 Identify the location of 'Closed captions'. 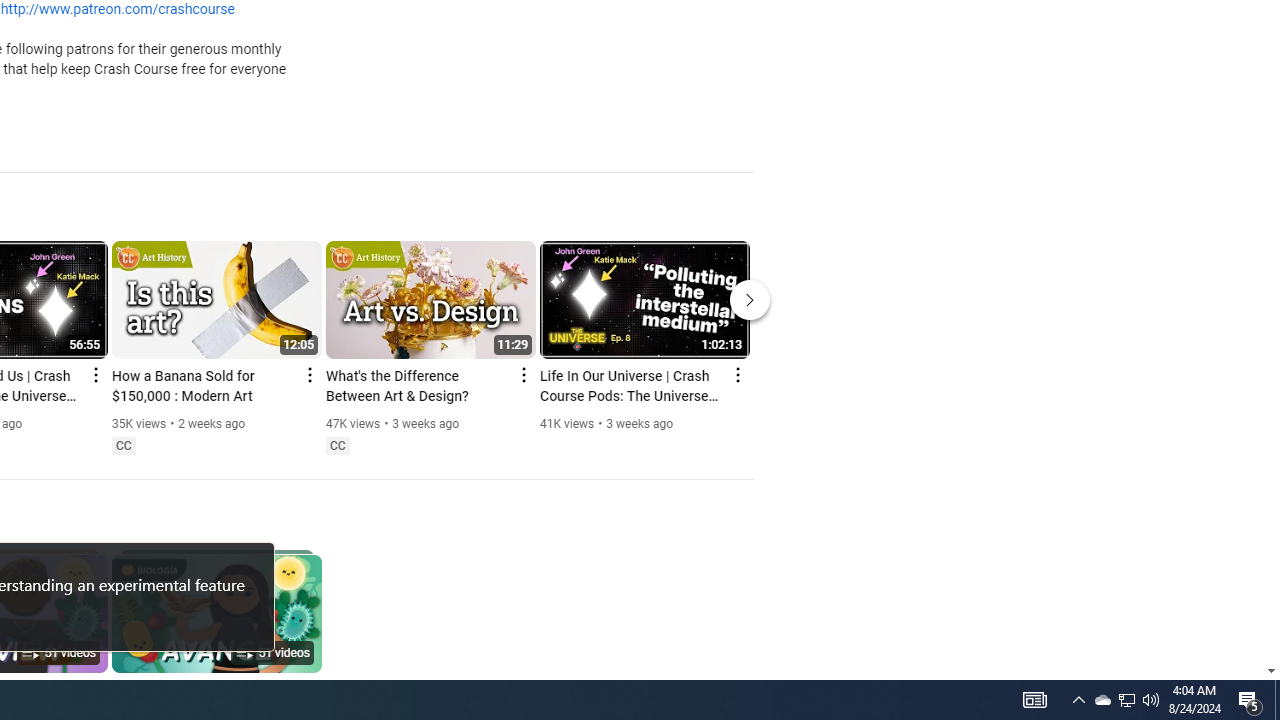
(337, 445).